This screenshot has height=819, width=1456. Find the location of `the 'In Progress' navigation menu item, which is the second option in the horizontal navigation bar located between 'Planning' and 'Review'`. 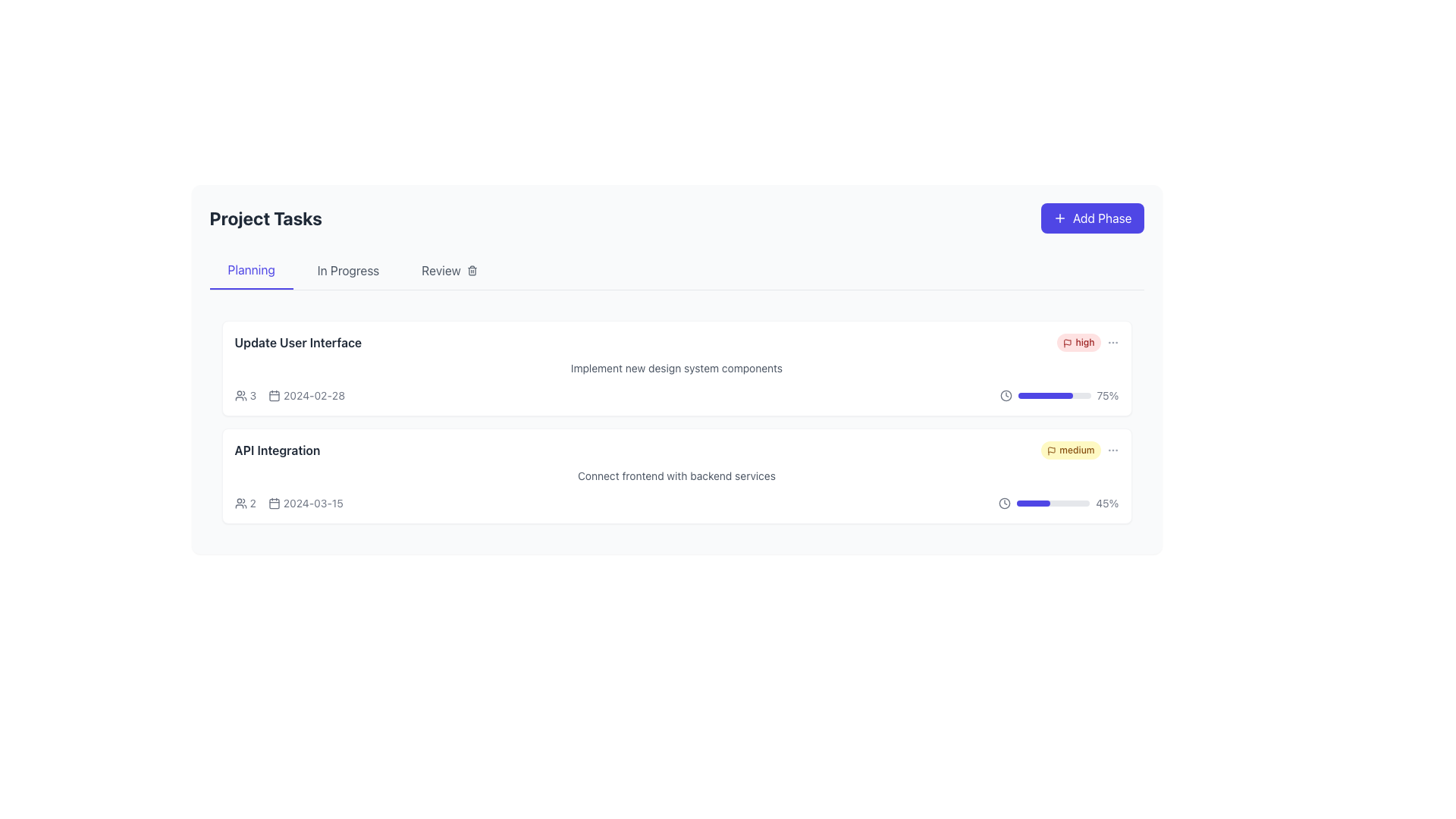

the 'In Progress' navigation menu item, which is the second option in the horizontal navigation bar located between 'Planning' and 'Review' is located at coordinates (347, 270).